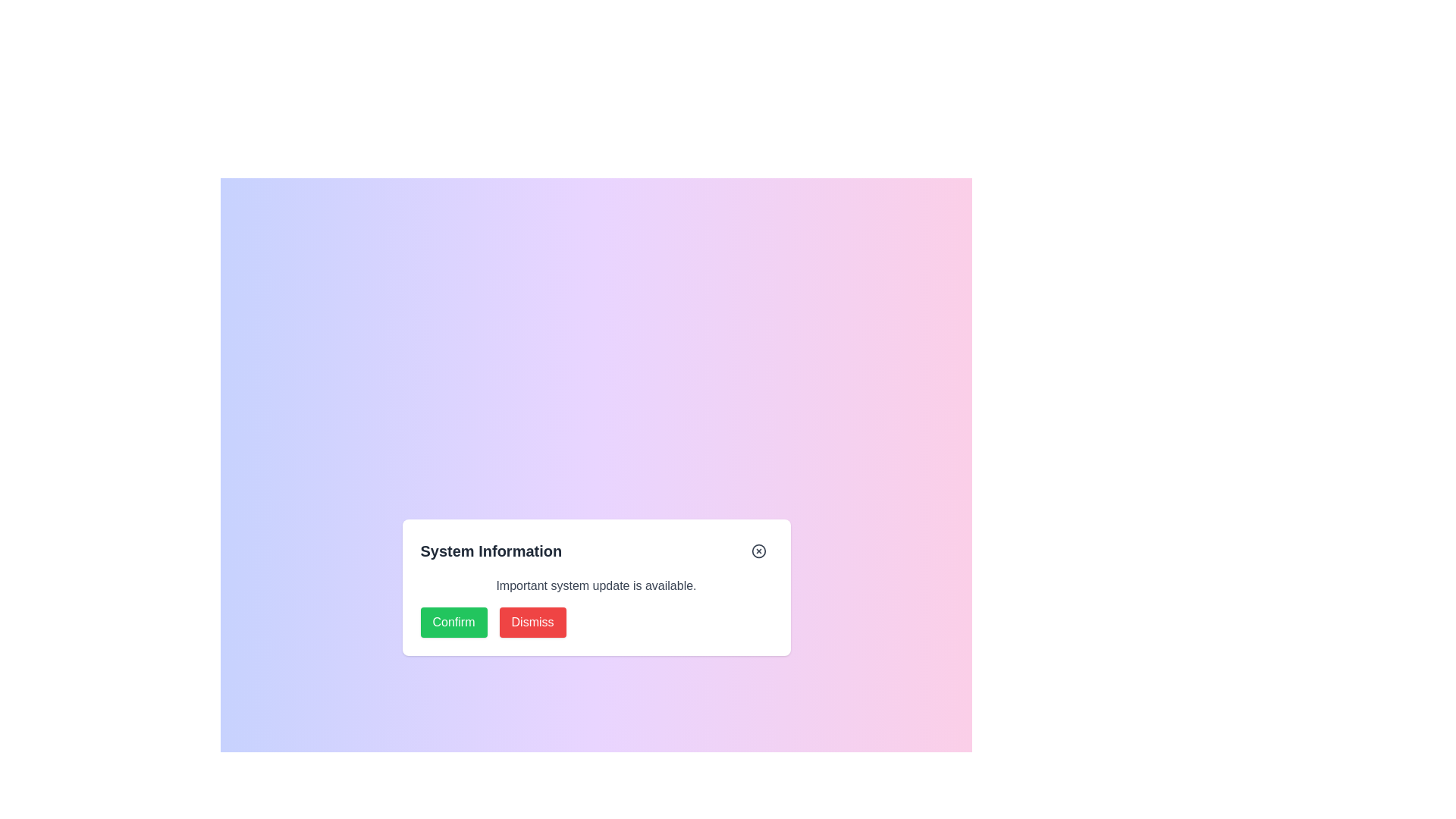 The width and height of the screenshot is (1456, 819). Describe the element at coordinates (595, 587) in the screenshot. I see `message from the 'System Information' modal dialog that states 'Important system update is available.'` at that location.